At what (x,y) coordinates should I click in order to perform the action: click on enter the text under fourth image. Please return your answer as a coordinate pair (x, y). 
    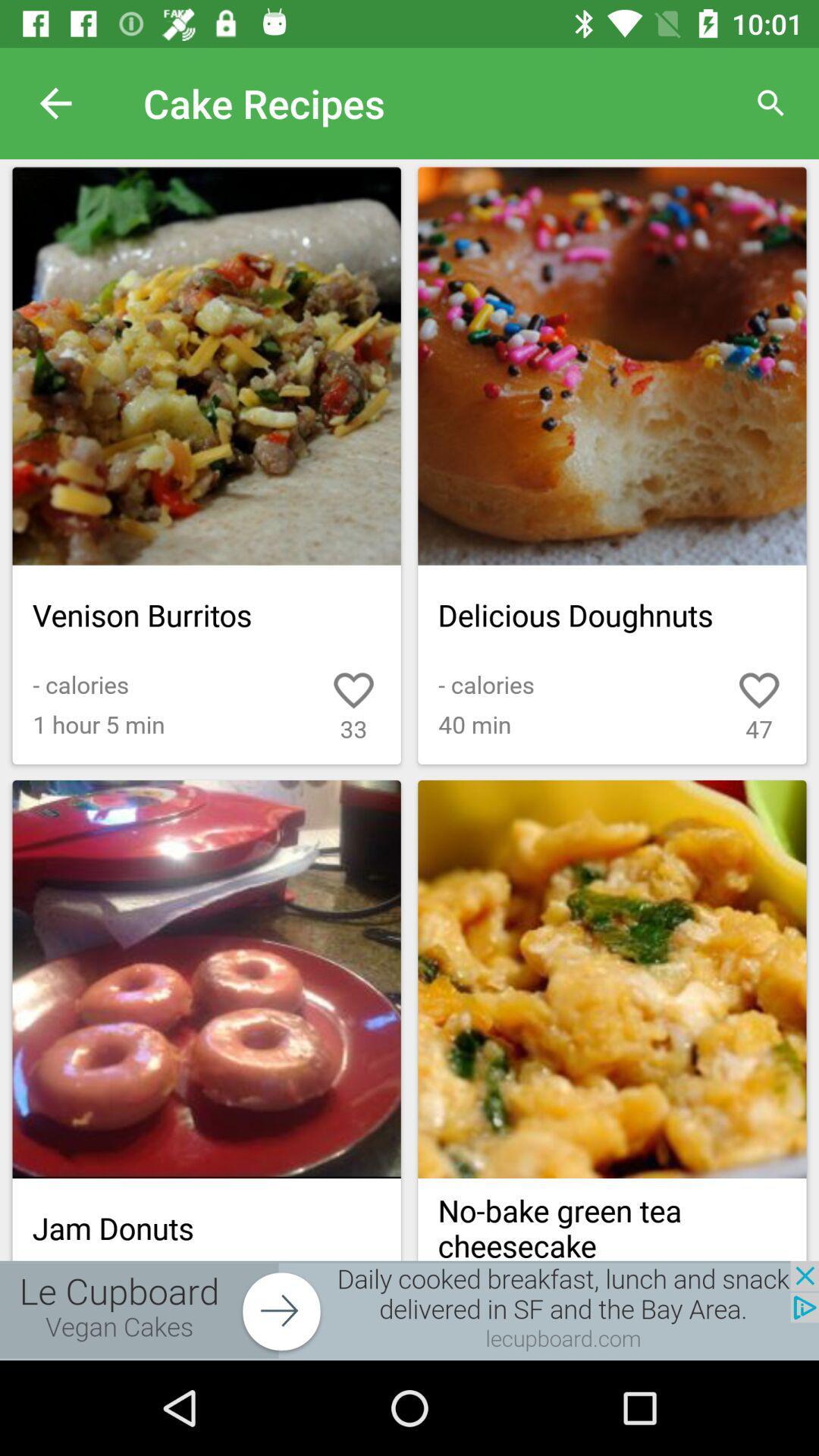
    Looking at the image, I should click on (611, 1219).